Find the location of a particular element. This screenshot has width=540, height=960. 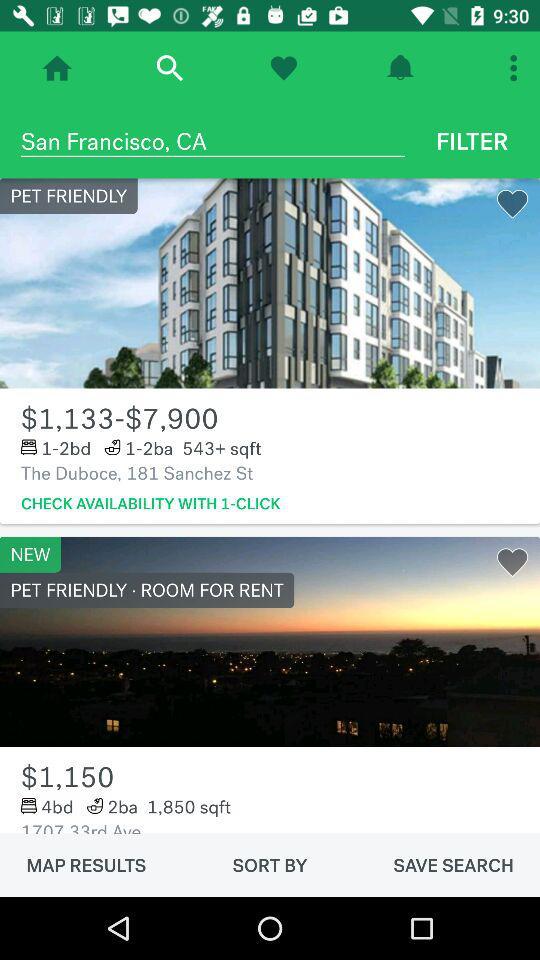

the item to the left of save search item is located at coordinates (270, 864).